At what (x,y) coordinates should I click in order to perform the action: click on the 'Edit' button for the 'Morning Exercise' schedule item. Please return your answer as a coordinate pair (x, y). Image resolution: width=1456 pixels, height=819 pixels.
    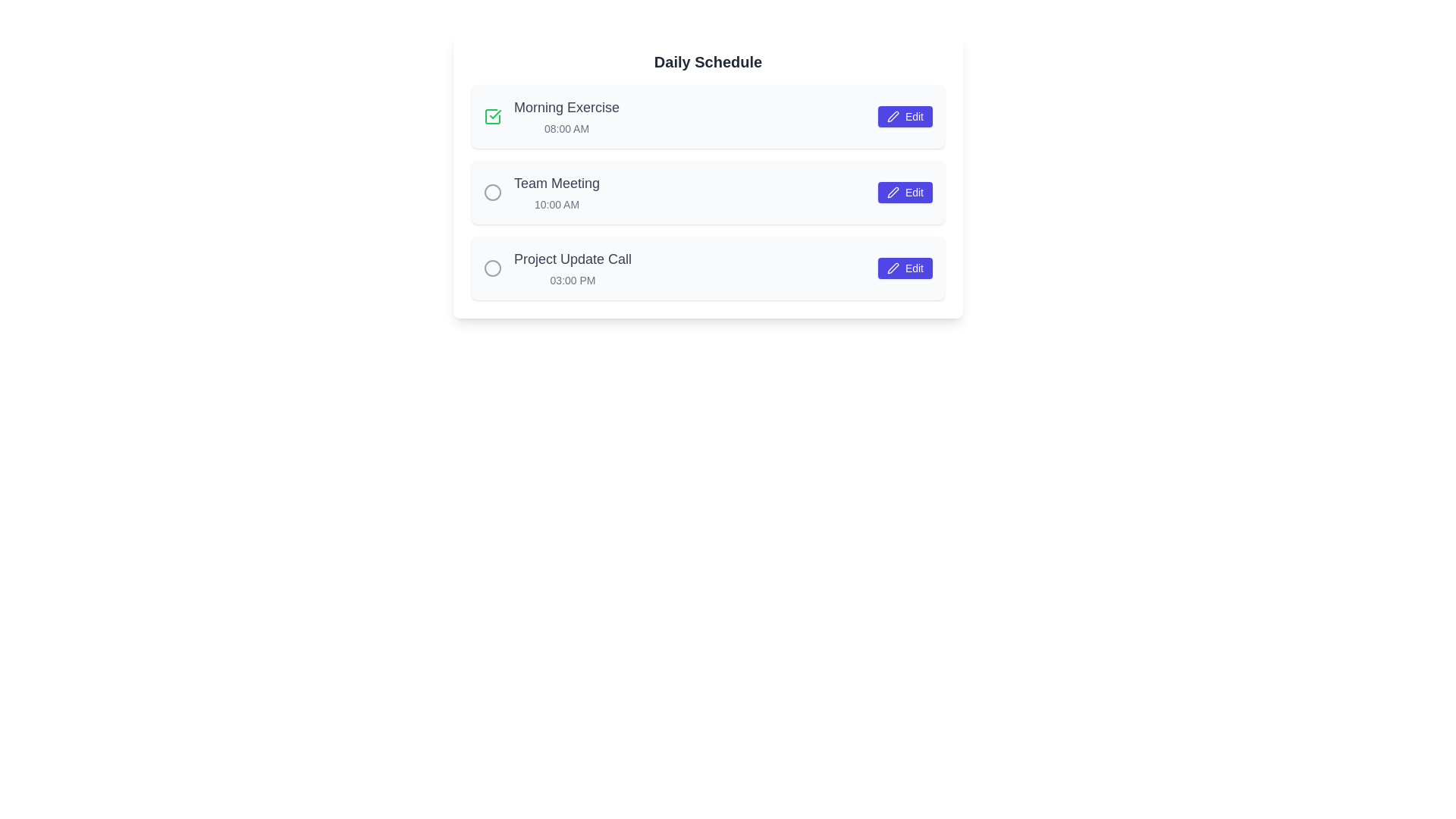
    Looking at the image, I should click on (905, 116).